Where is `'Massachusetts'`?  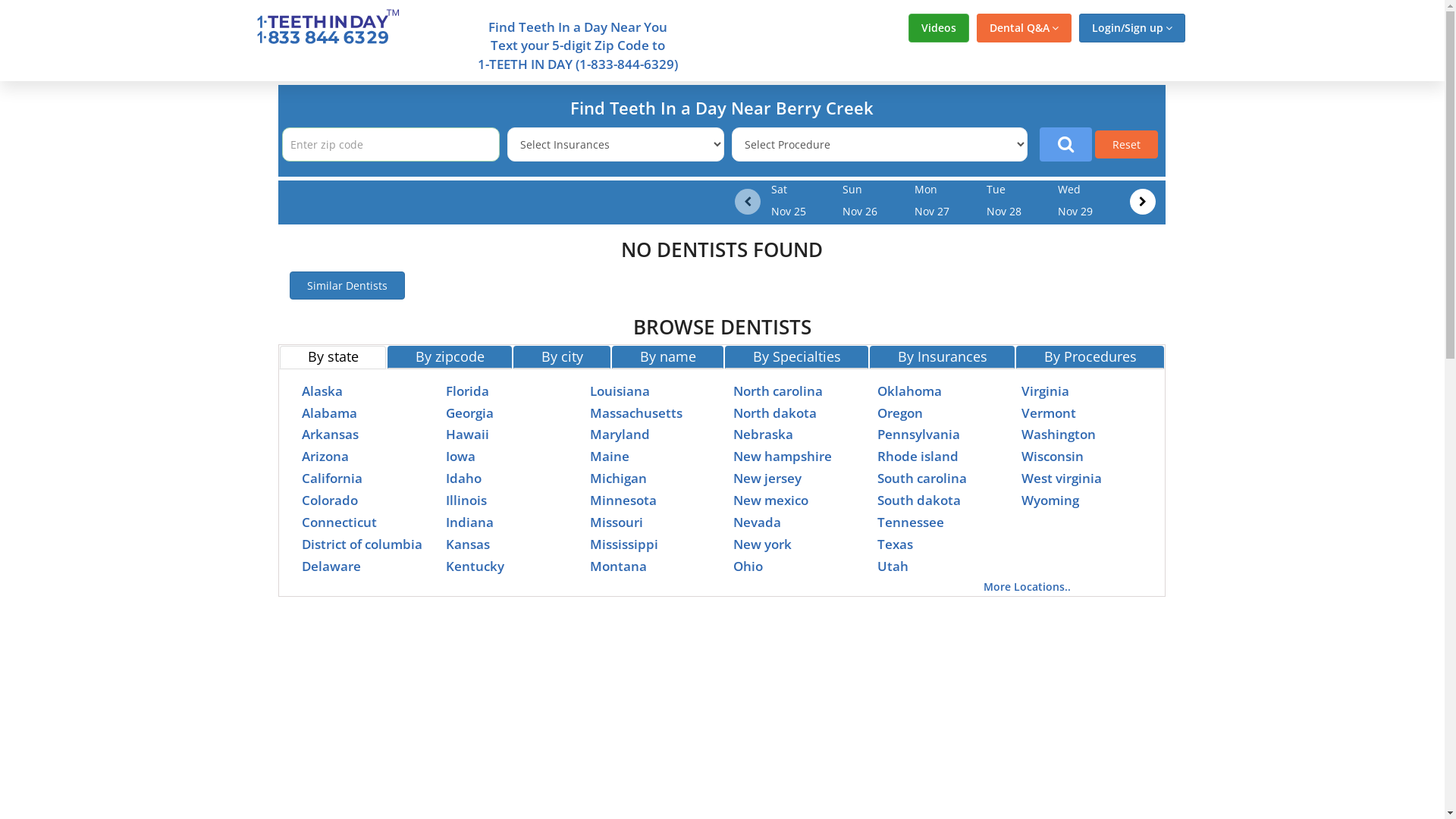 'Massachusetts' is located at coordinates (636, 413).